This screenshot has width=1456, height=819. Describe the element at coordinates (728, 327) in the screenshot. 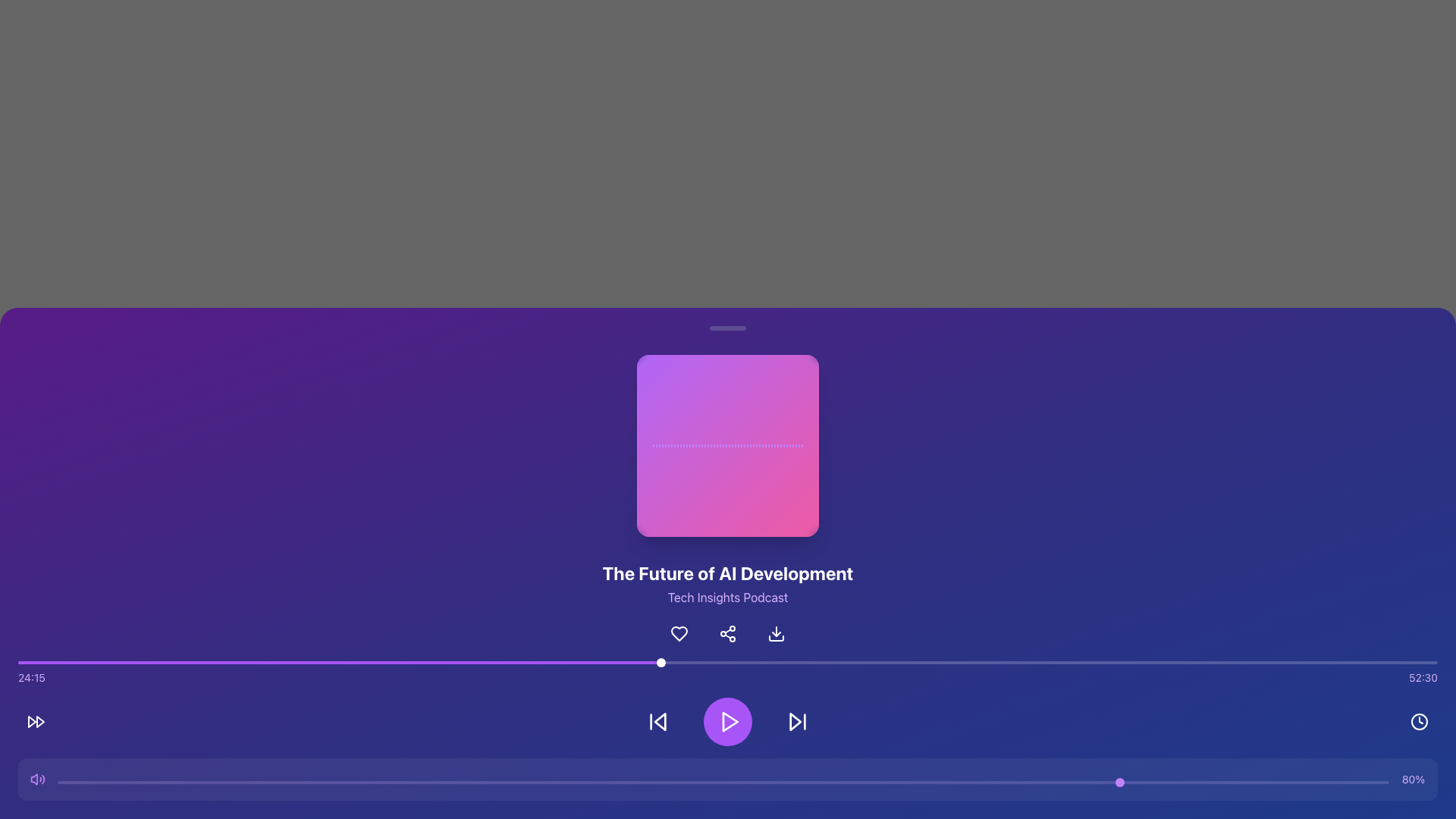

I see `the static decorative bar located centrally above the audio player, which serves as a visual separator within the interface` at that location.